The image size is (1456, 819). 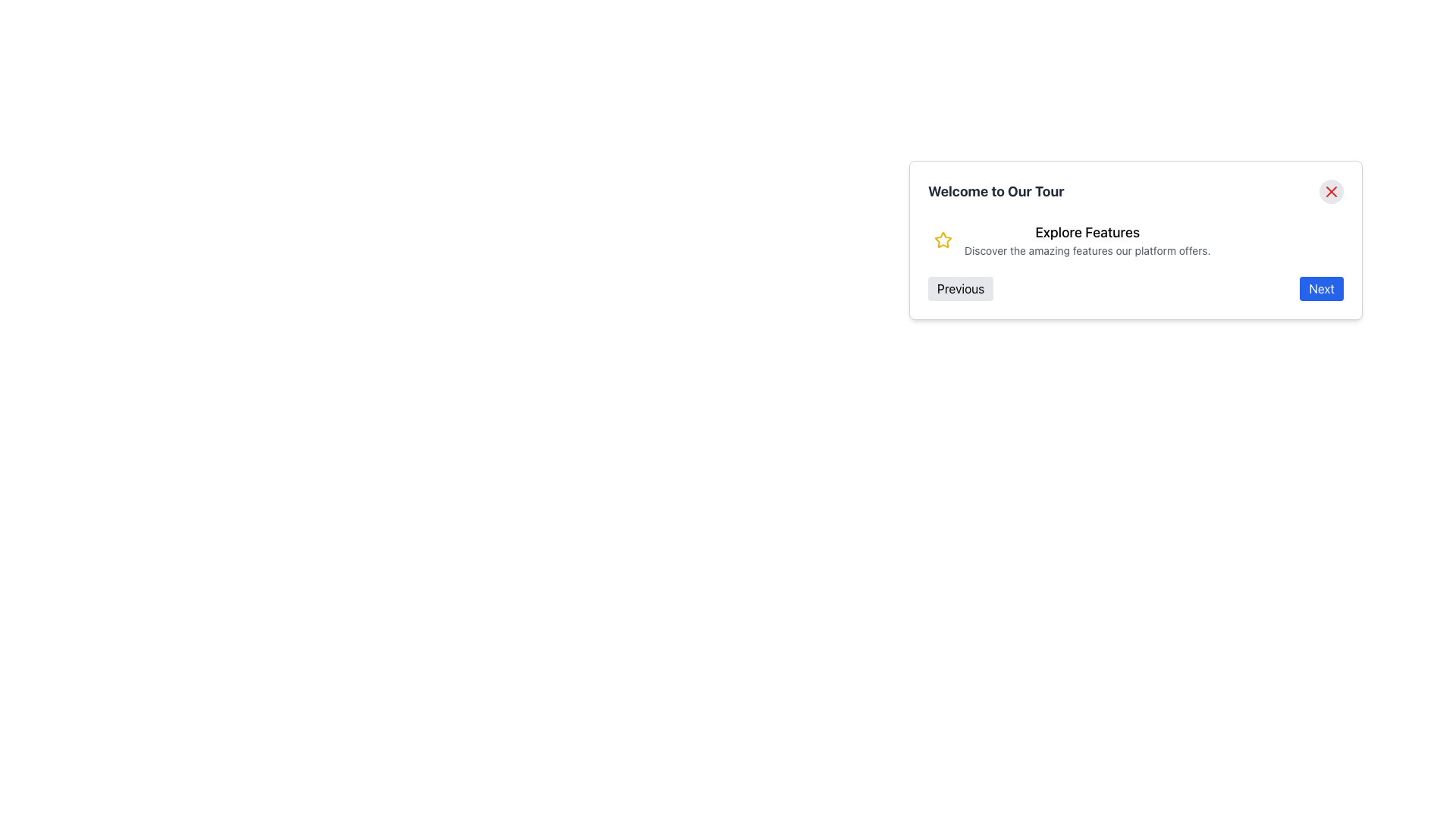 What do you see at coordinates (942, 239) in the screenshot?
I see `the star icon with a yellow outline and white center located next to the 'Explore Features' text in the 'Welcome to Our Tour' dialog` at bounding box center [942, 239].